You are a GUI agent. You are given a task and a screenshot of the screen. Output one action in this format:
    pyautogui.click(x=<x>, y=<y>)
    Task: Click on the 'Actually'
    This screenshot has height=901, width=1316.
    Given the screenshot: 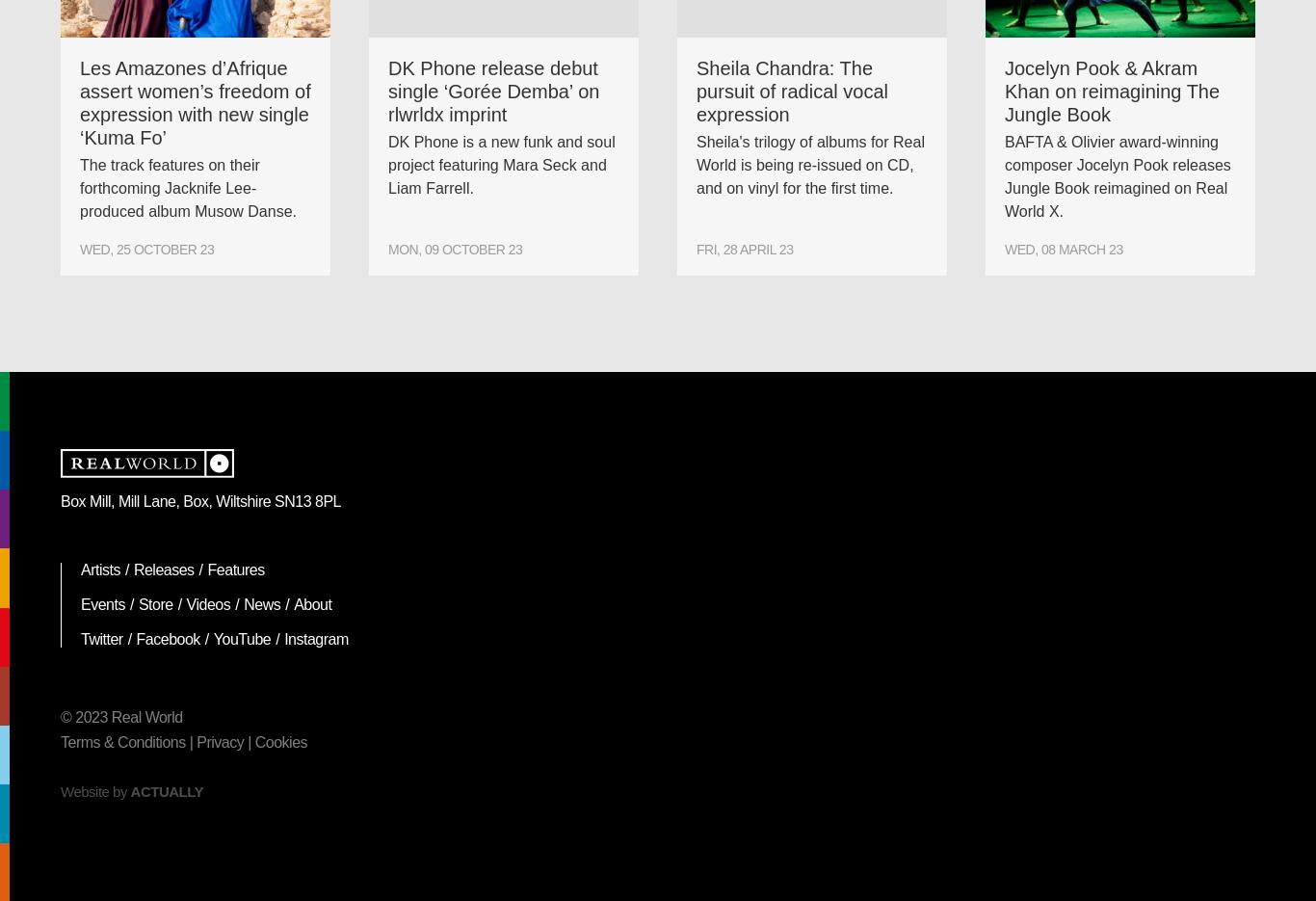 What is the action you would take?
    pyautogui.click(x=165, y=791)
    